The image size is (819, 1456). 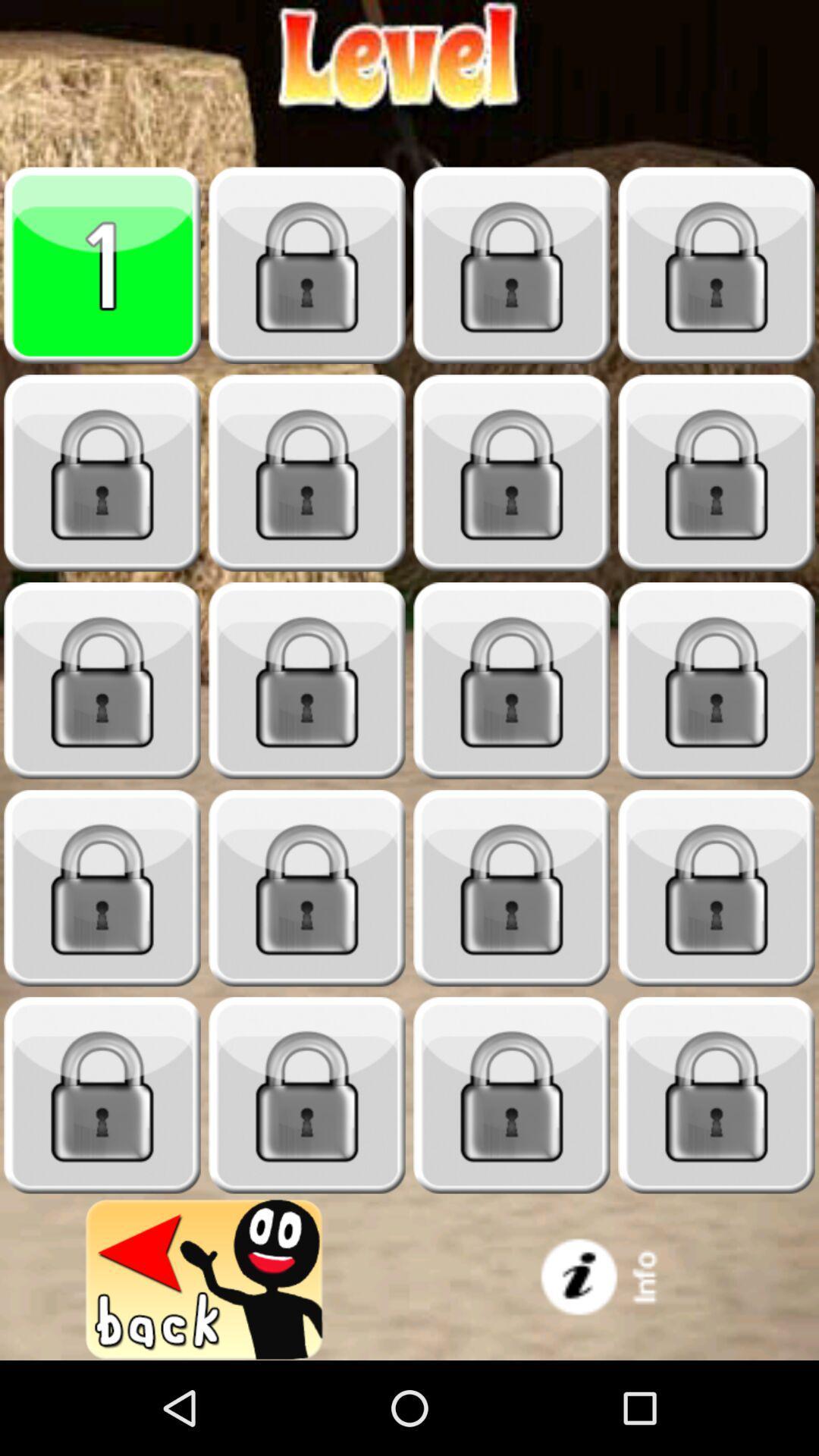 What do you see at coordinates (307, 472) in the screenshot?
I see `click level` at bounding box center [307, 472].